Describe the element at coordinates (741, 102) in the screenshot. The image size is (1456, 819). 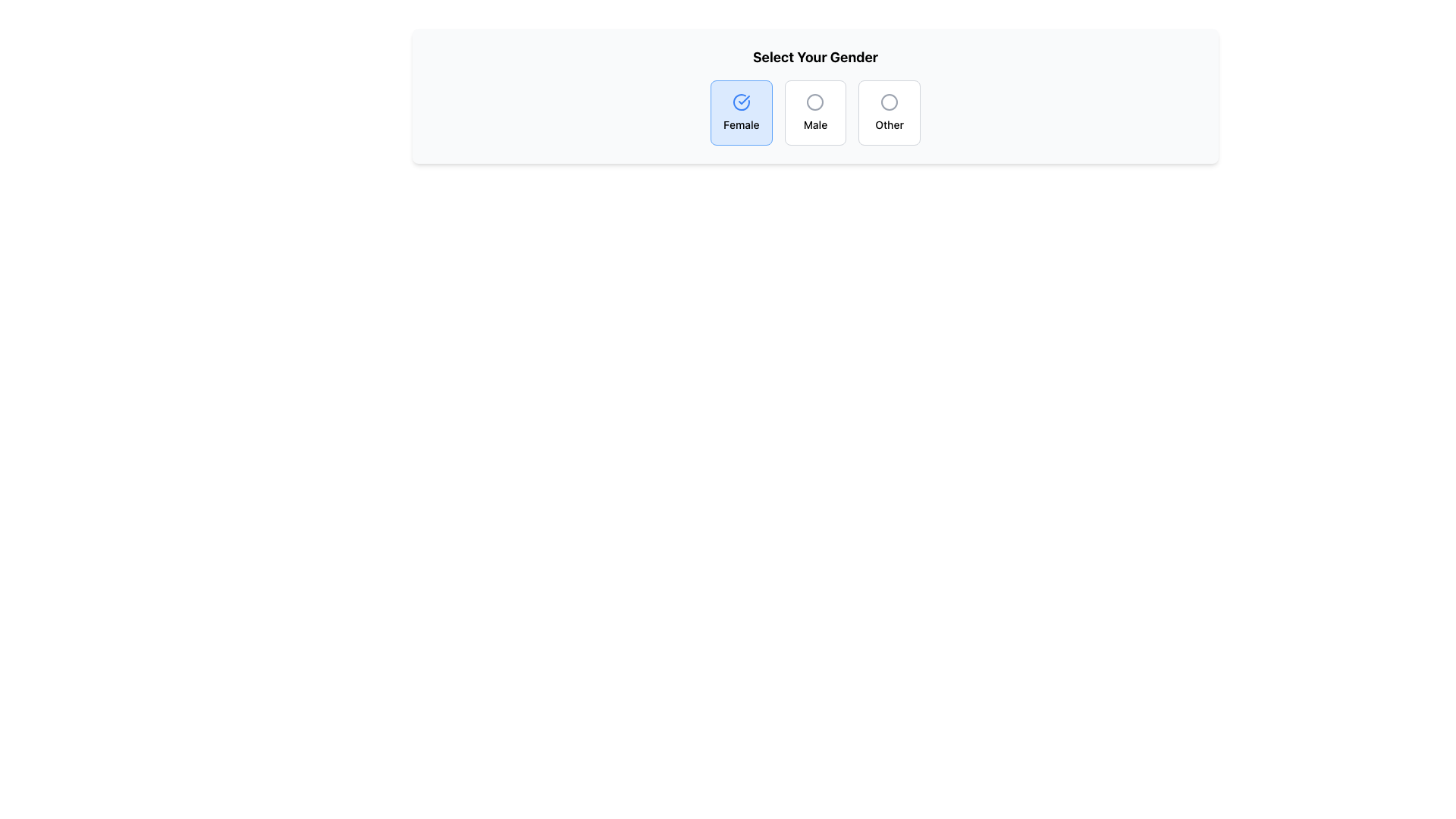
I see `the gender selection indicator icon for the 'Female' option, which is centrally located above the text label on the button` at that location.